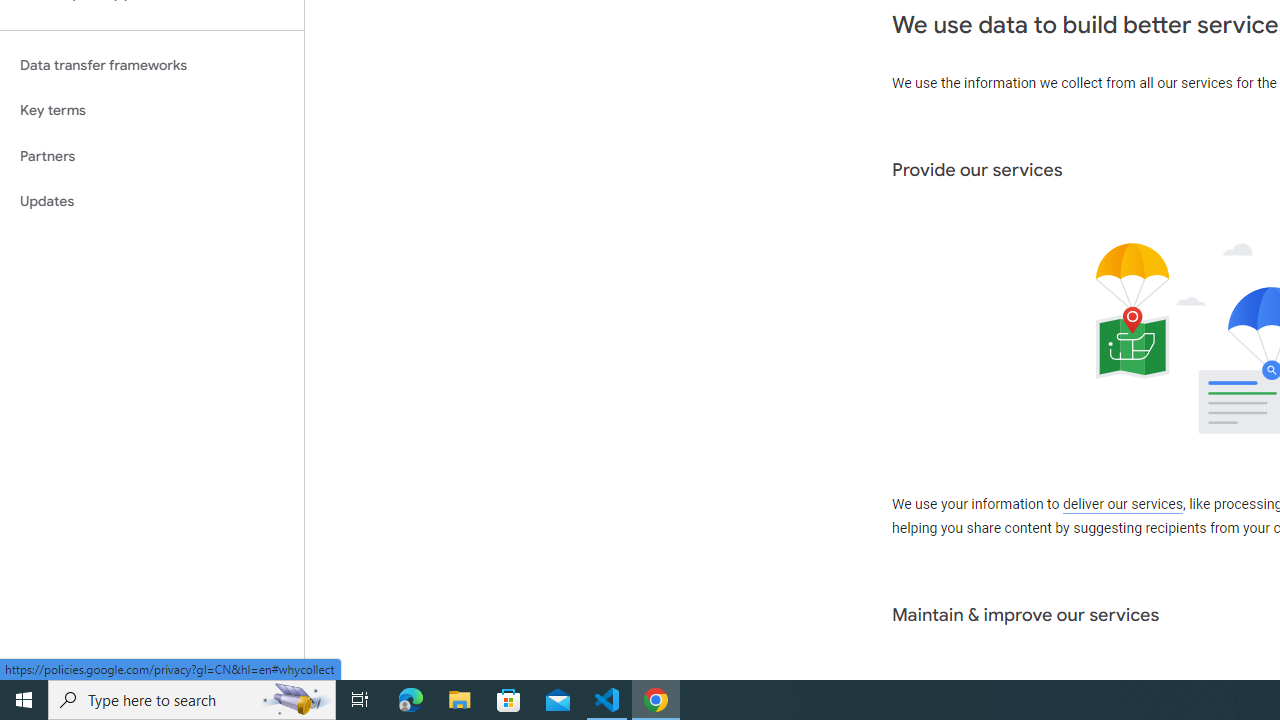  What do you see at coordinates (151, 155) in the screenshot?
I see `'Partners'` at bounding box center [151, 155].